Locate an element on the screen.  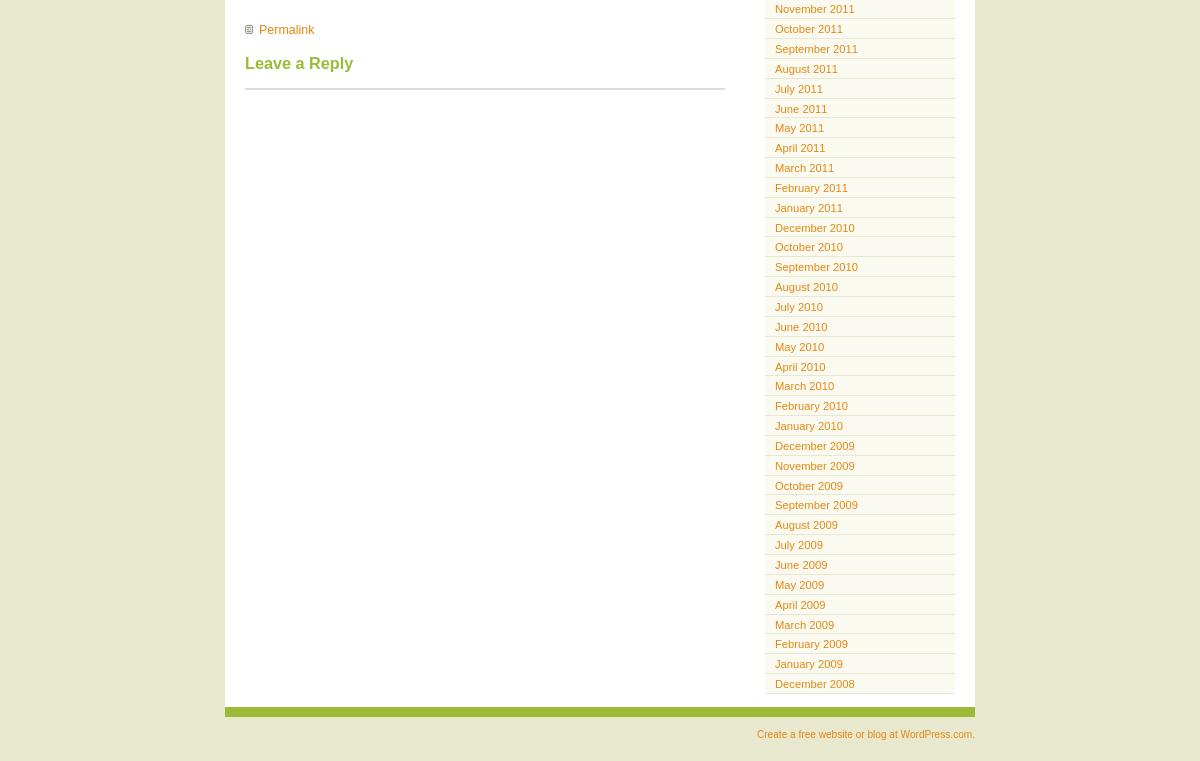
'November 2009' is located at coordinates (813, 463).